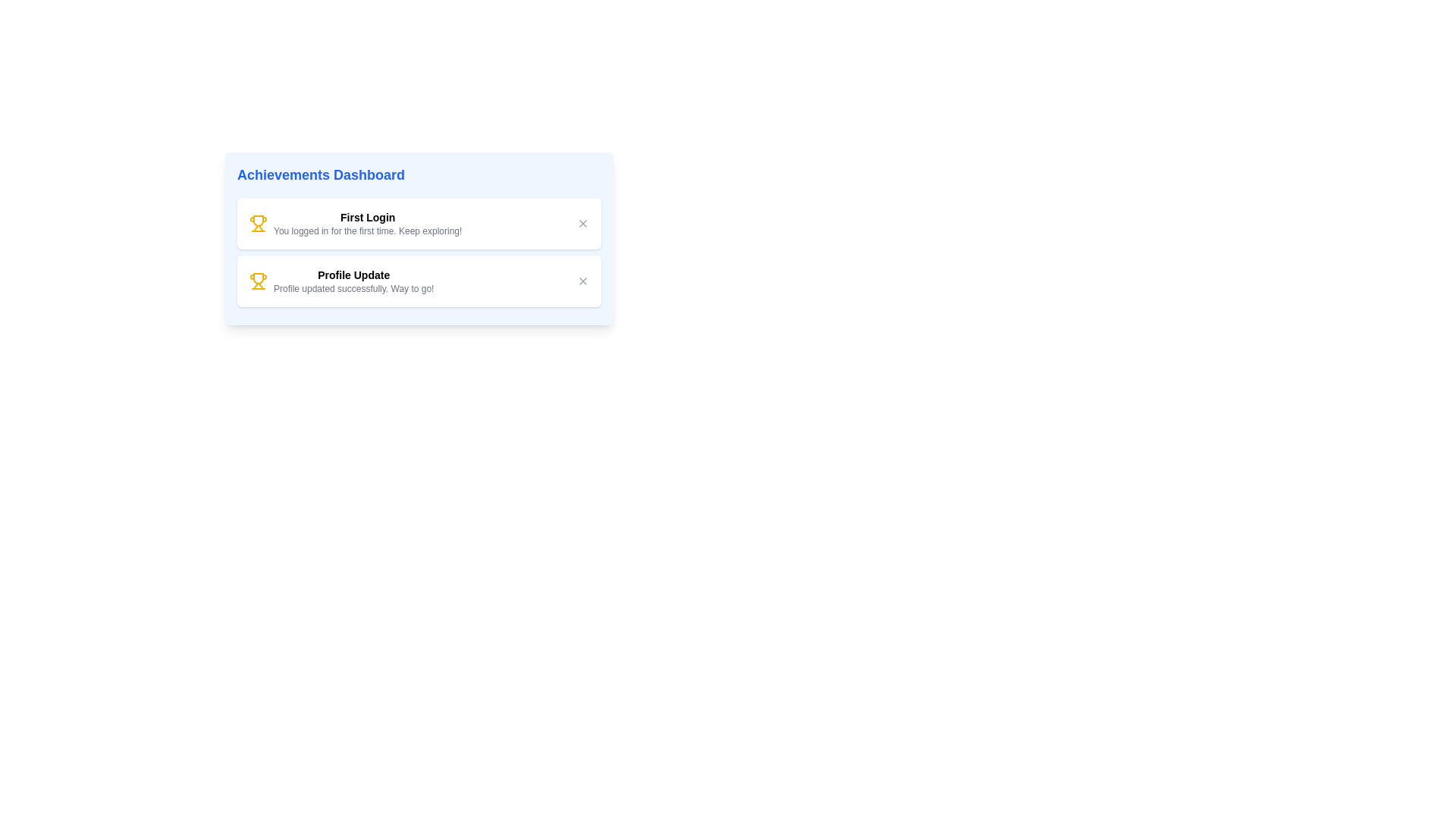  I want to click on the top segment of the trophy icon located in the second list item under the 'Achievements Dashboard' section, which visually represents an accomplishment or reward, so click(258, 220).